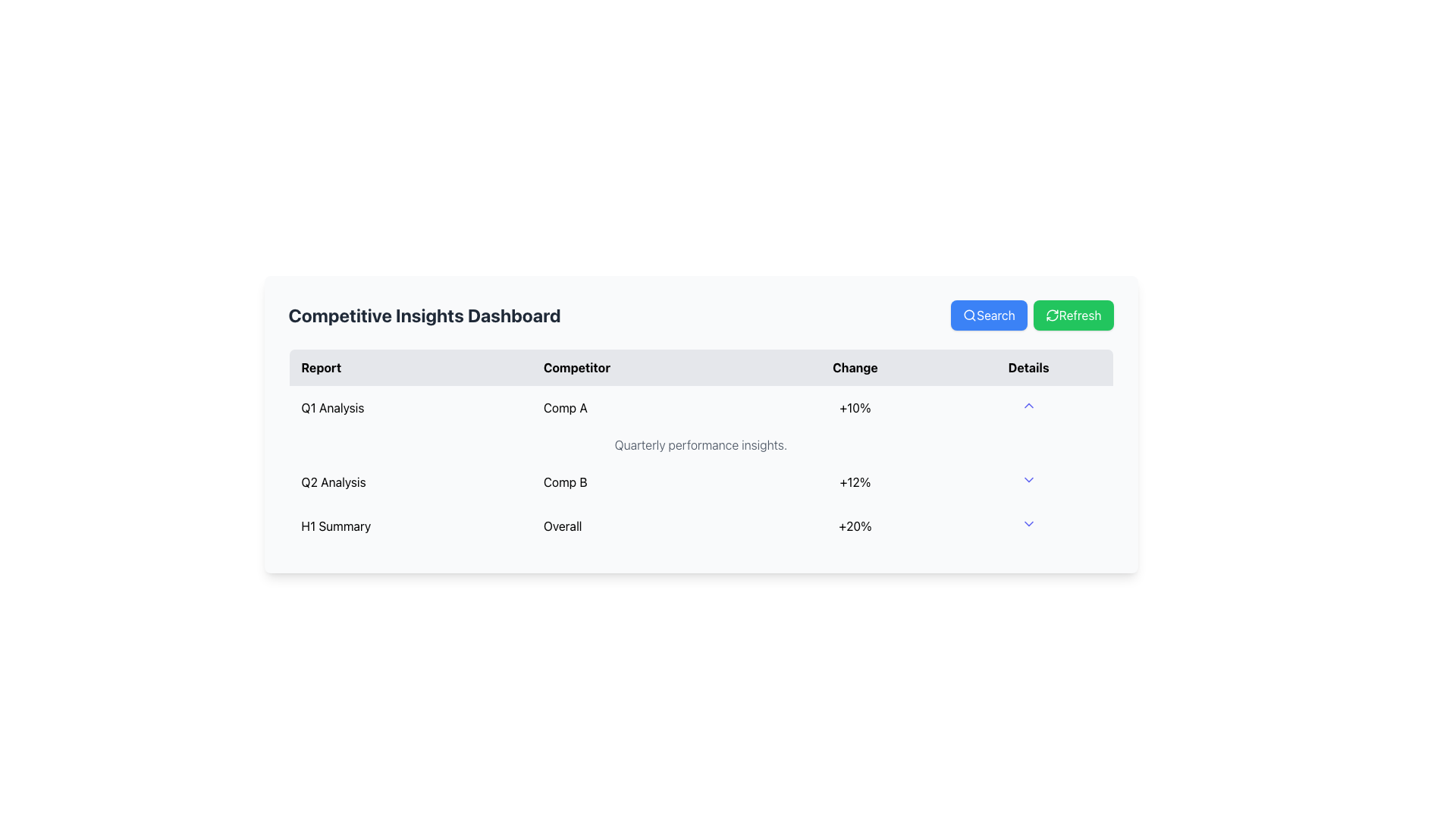 The height and width of the screenshot is (819, 1456). Describe the element at coordinates (969, 315) in the screenshot. I see `the magnifying glass icon located inside the blue 'Search' button in the header section` at that location.